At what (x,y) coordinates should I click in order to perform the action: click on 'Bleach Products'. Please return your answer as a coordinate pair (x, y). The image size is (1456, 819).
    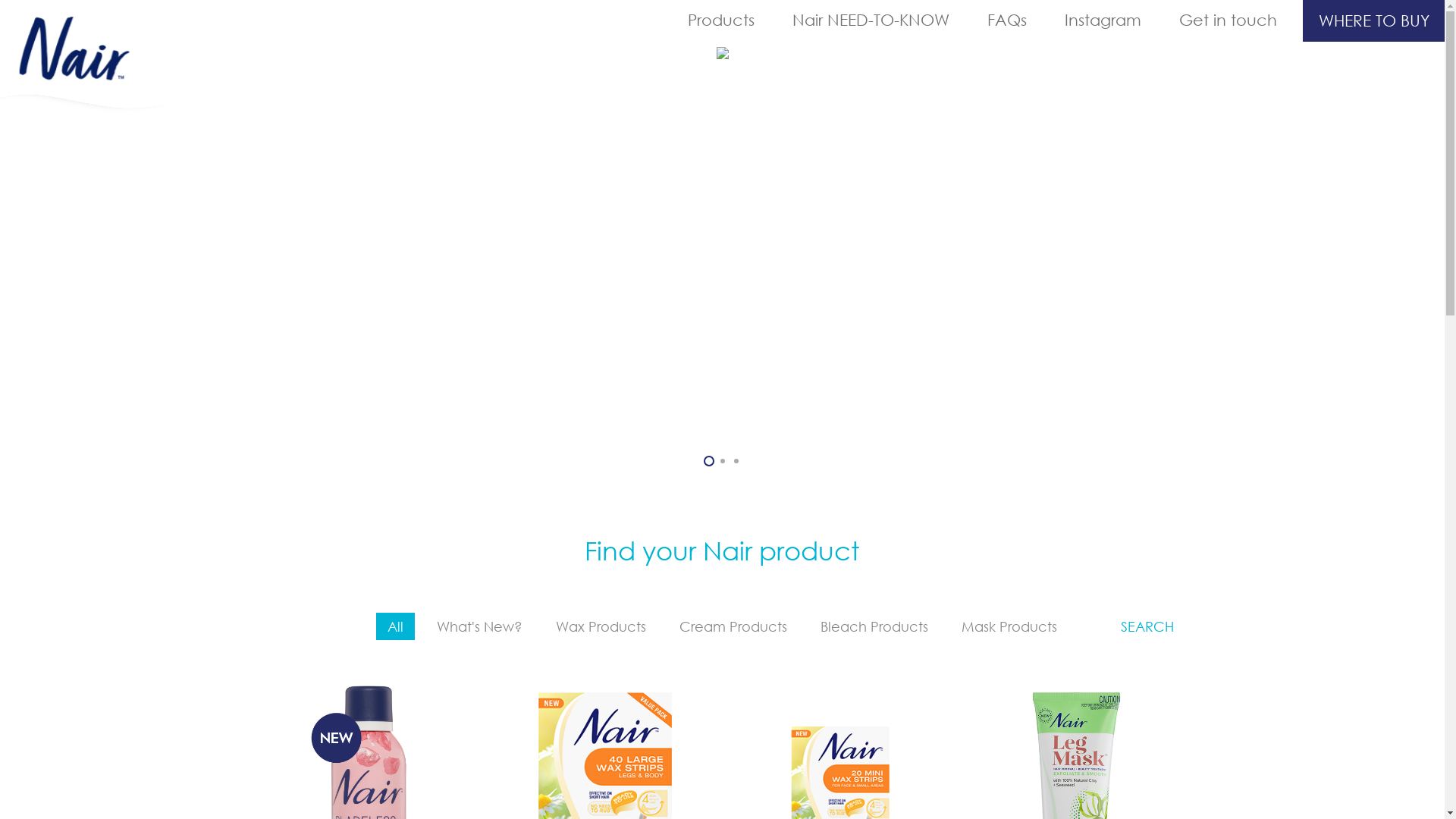
    Looking at the image, I should click on (874, 626).